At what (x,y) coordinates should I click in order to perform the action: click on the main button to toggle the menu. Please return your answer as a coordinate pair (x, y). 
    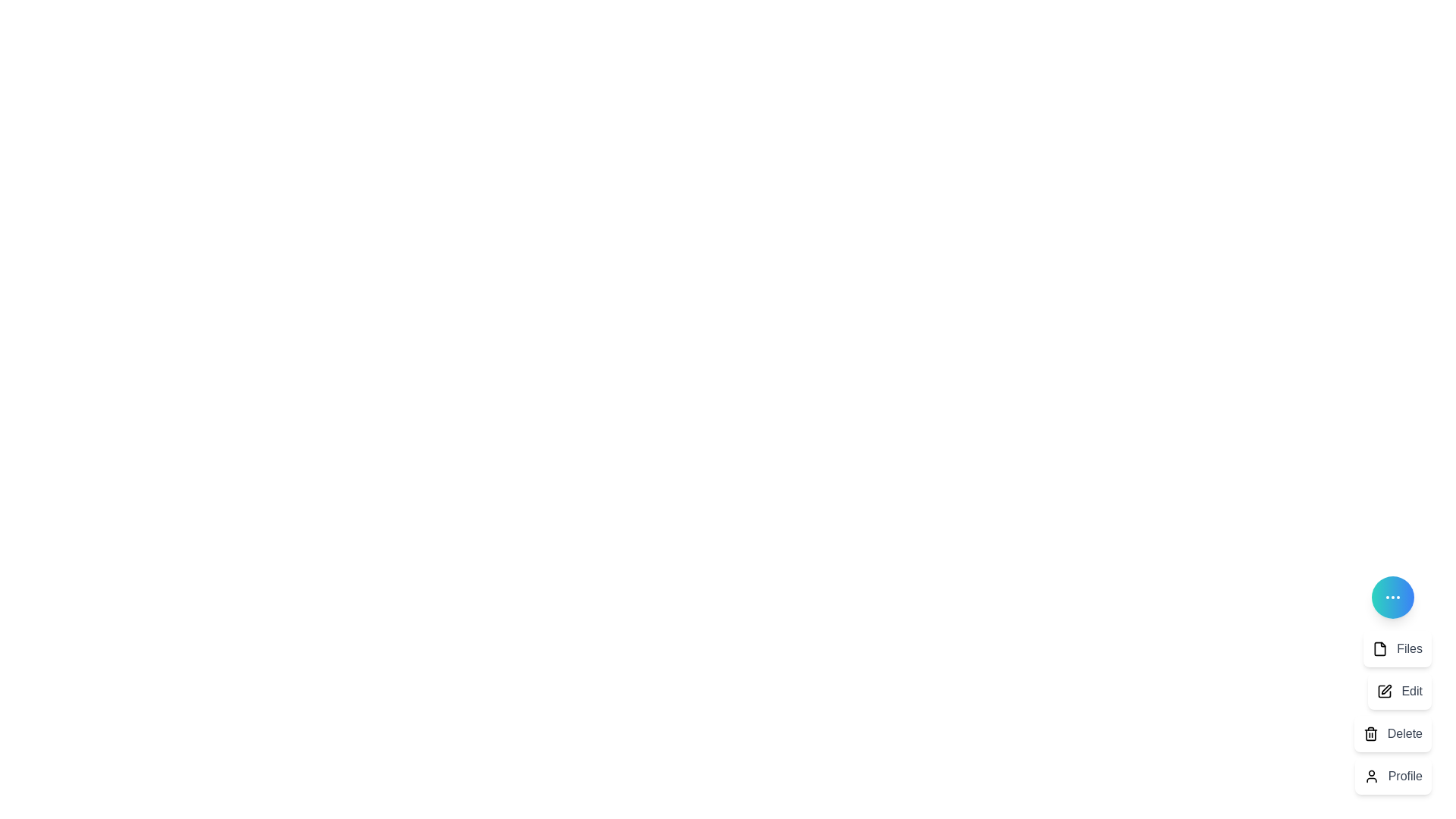
    Looking at the image, I should click on (1392, 596).